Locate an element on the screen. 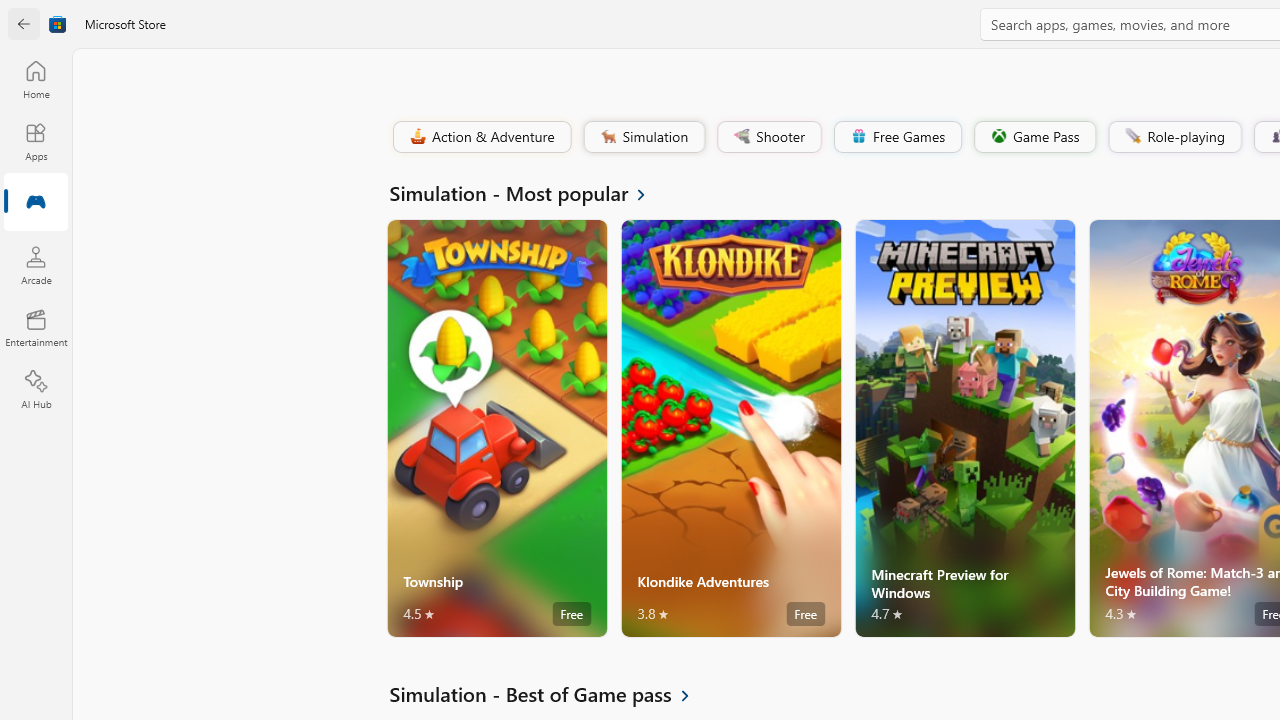 This screenshot has height=720, width=1280. 'See all  Simulation - Most popular' is located at coordinates (529, 192).